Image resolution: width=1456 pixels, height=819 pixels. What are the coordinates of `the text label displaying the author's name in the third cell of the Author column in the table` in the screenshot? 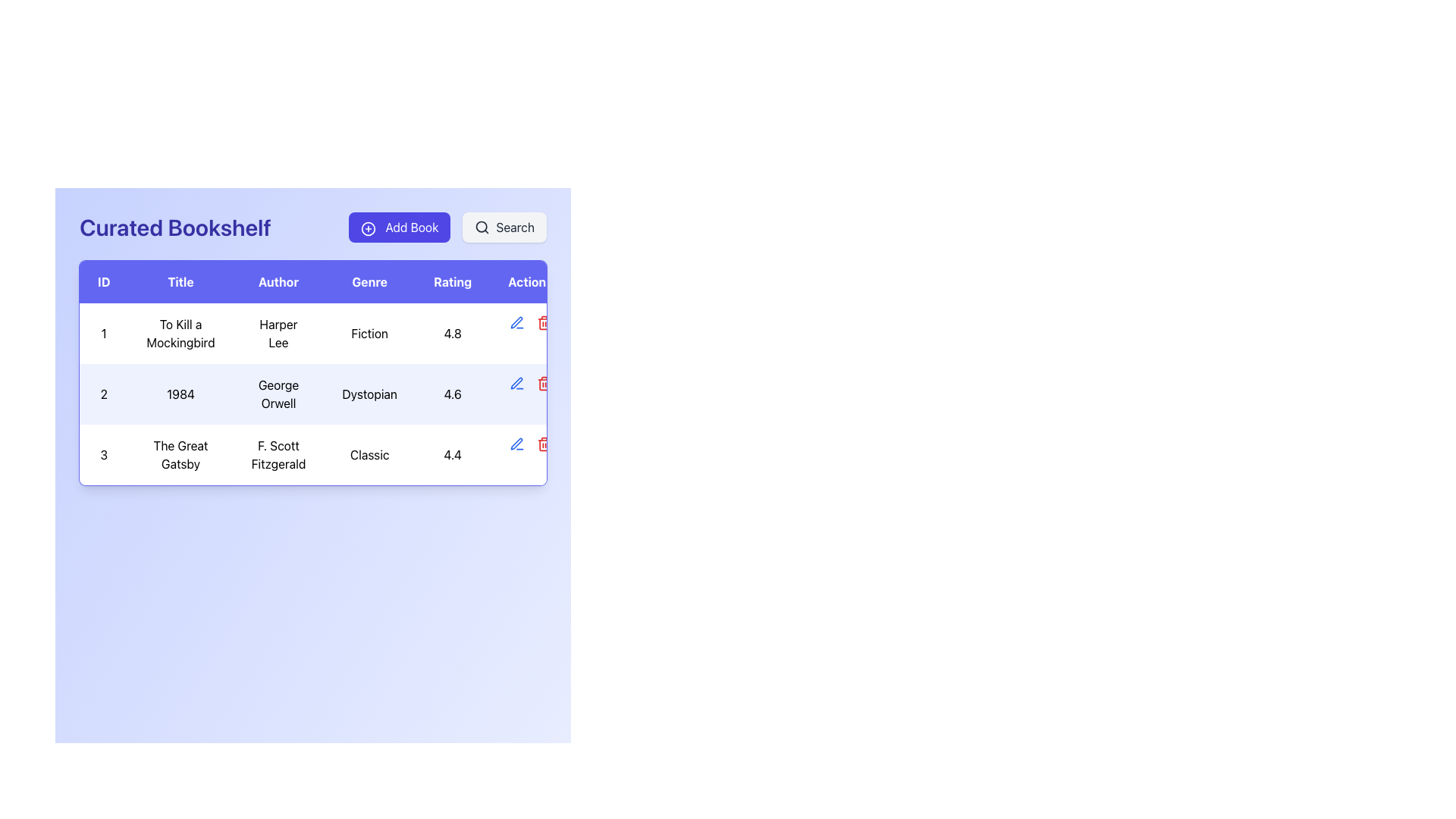 It's located at (278, 454).